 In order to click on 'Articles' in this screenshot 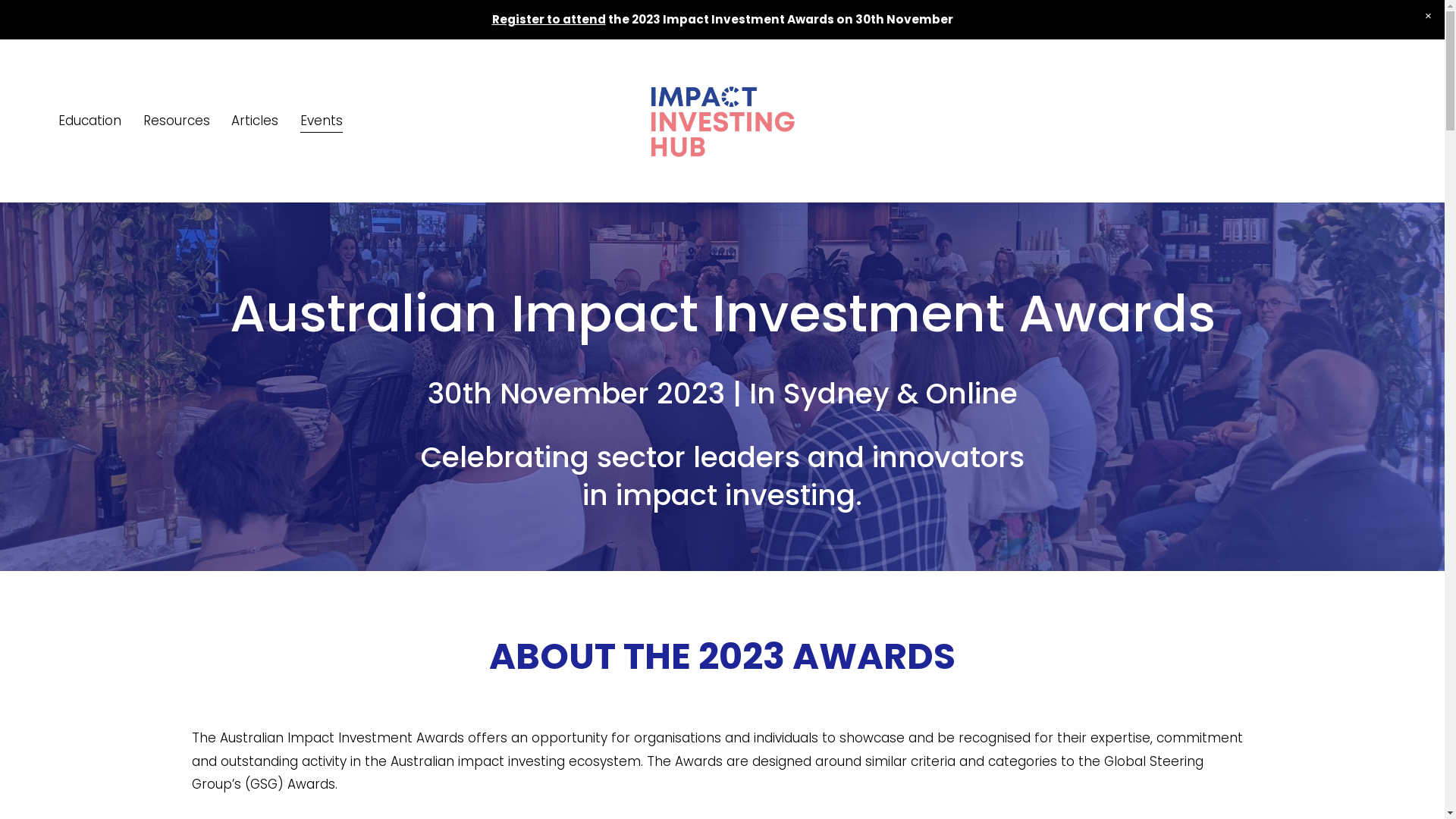, I will do `click(255, 120)`.